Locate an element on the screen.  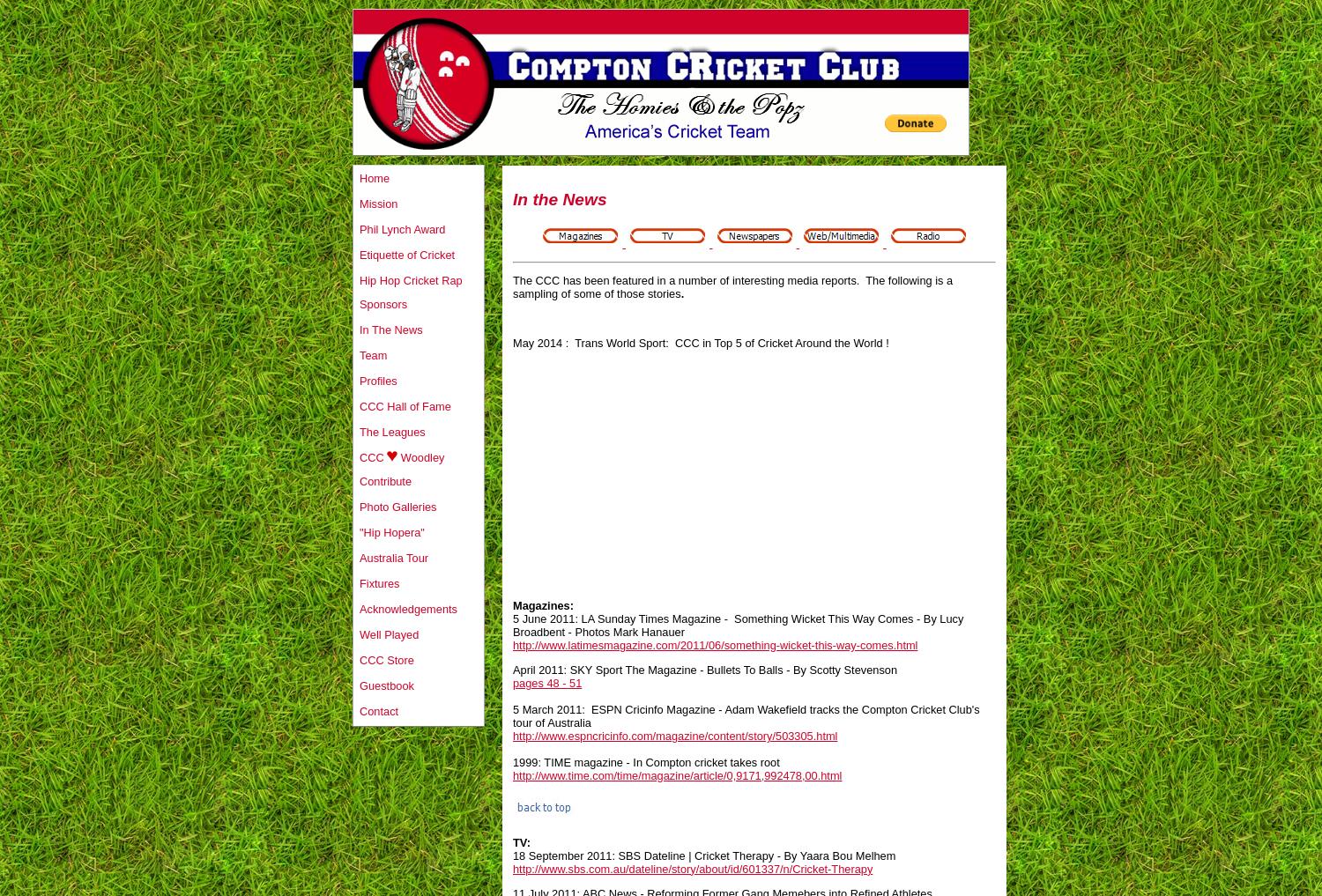
'Contribute' is located at coordinates (385, 481).